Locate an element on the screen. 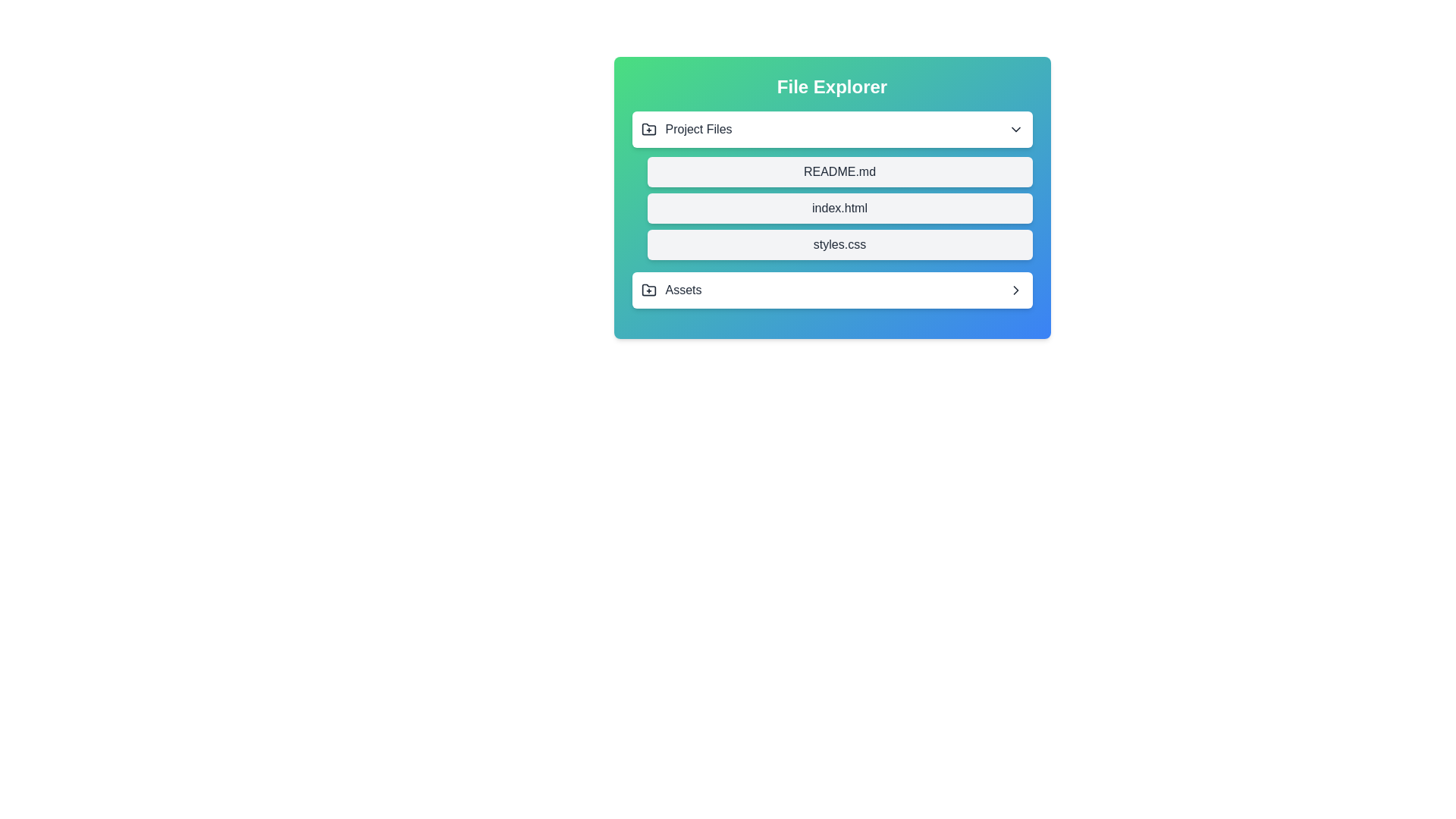  the 'Assets' label with a folder icon located is located at coordinates (670, 290).